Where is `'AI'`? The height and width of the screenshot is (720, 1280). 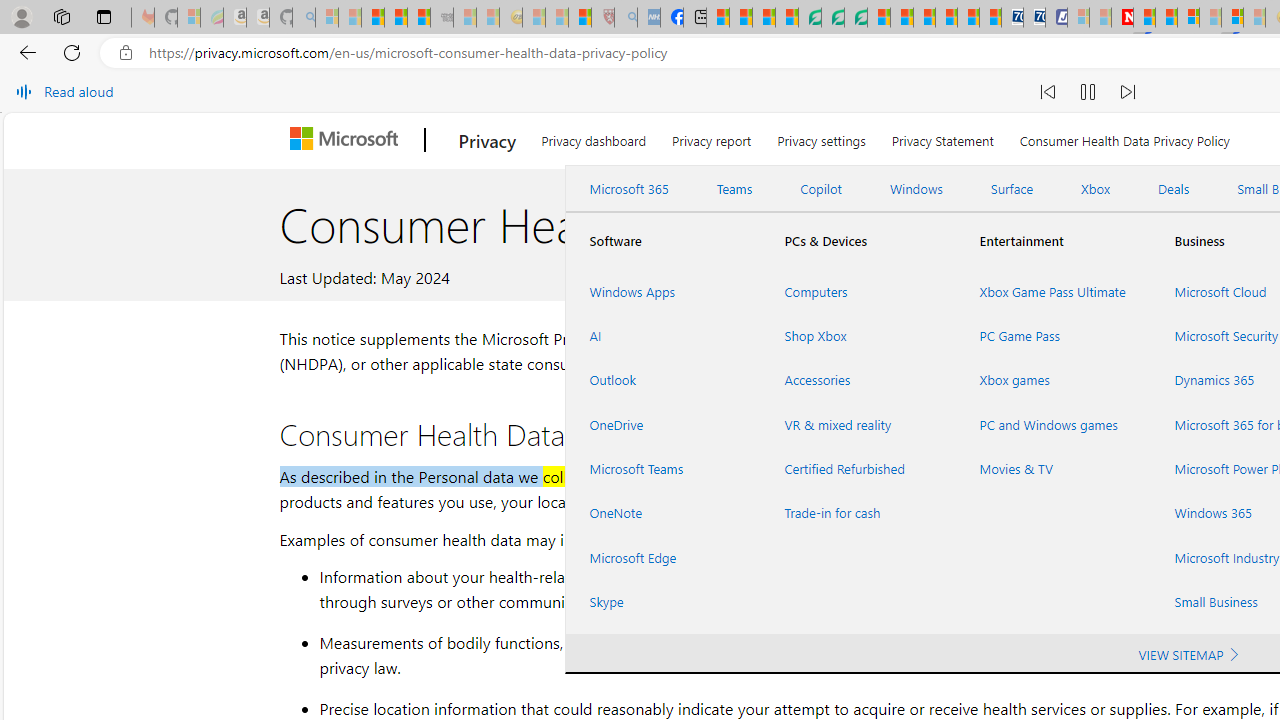 'AI' is located at coordinates (663, 335).